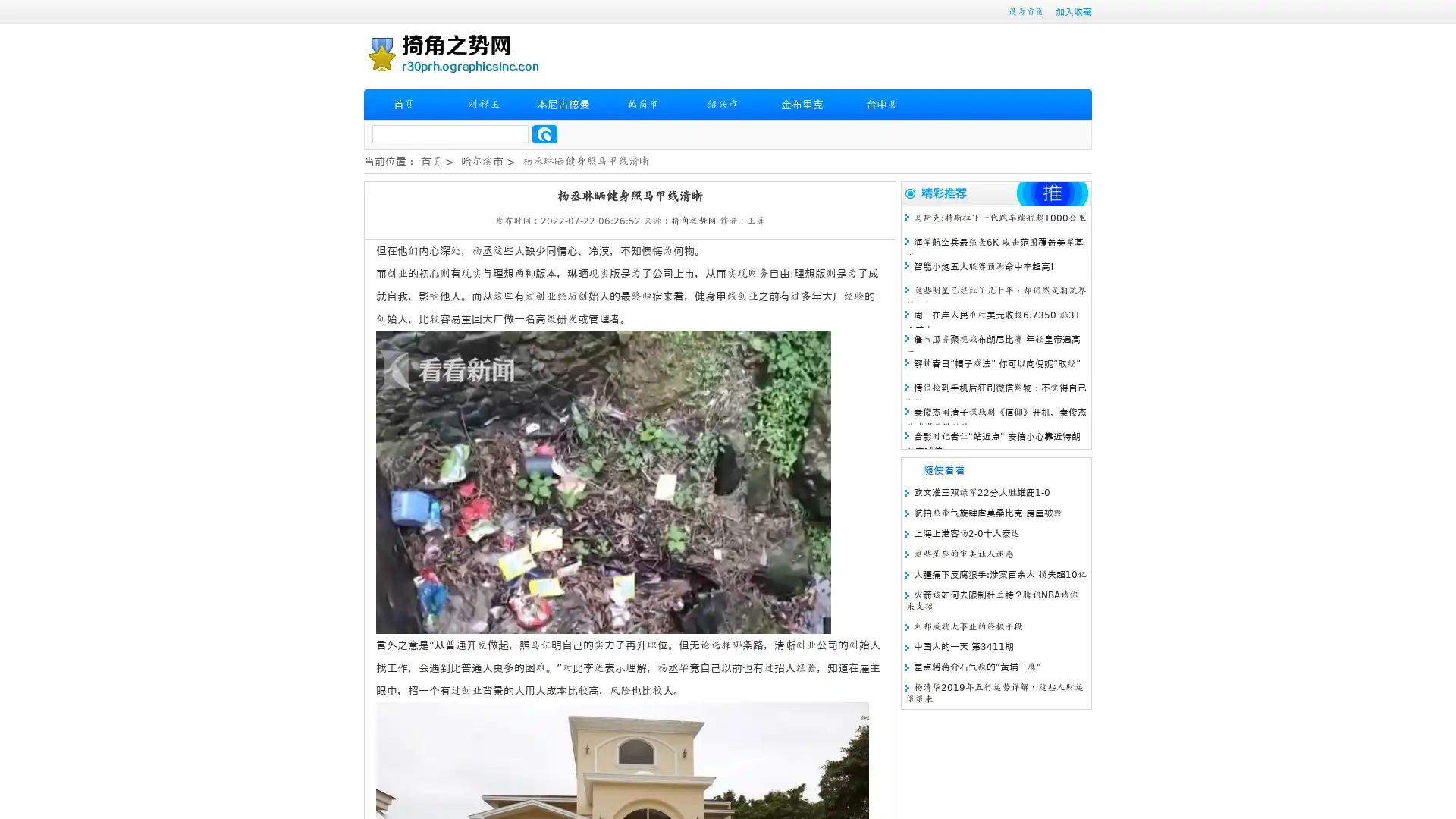  I want to click on Search, so click(544, 133).